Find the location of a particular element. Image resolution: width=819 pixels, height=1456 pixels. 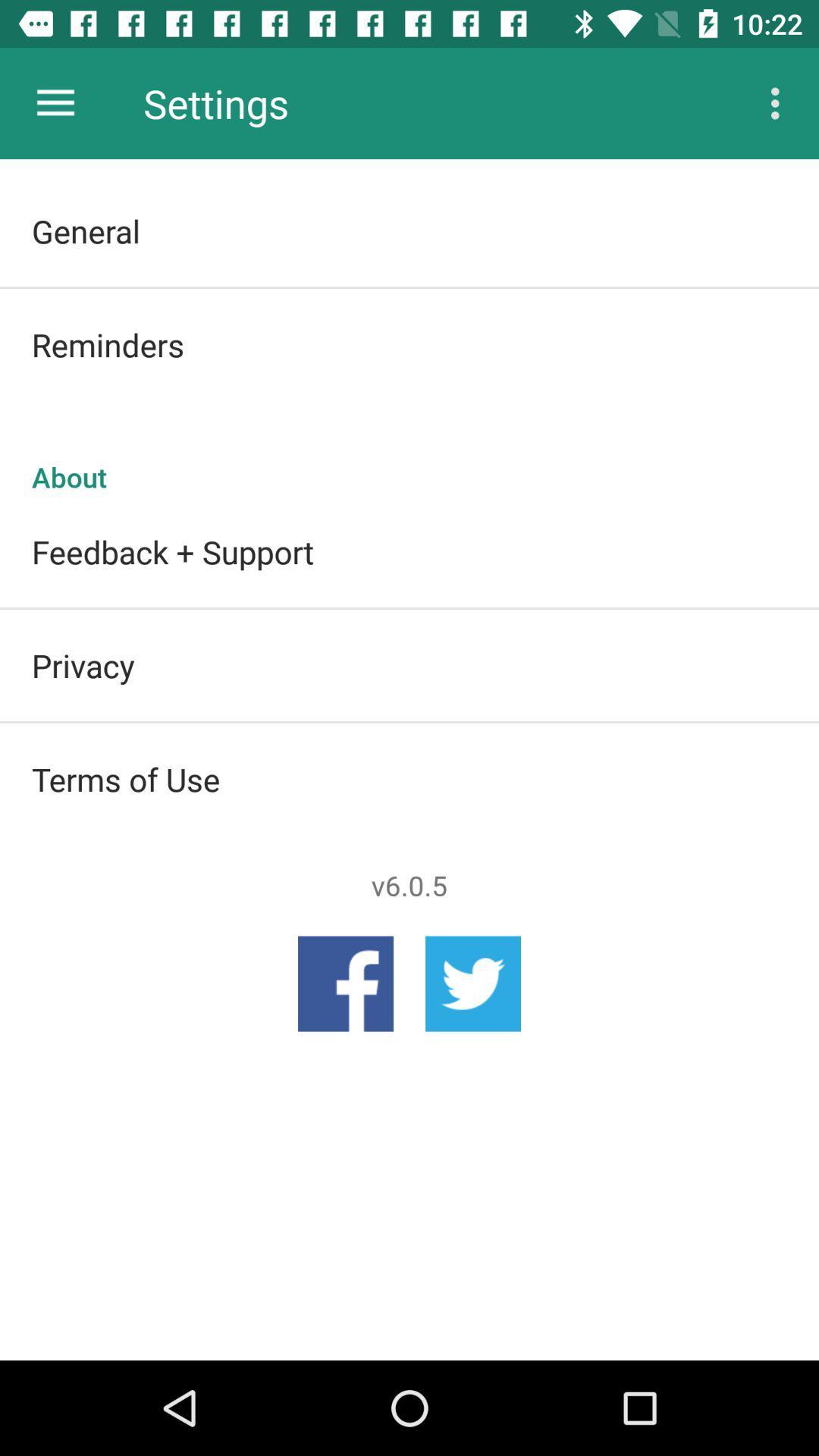

the feedback + support is located at coordinates (409, 551).